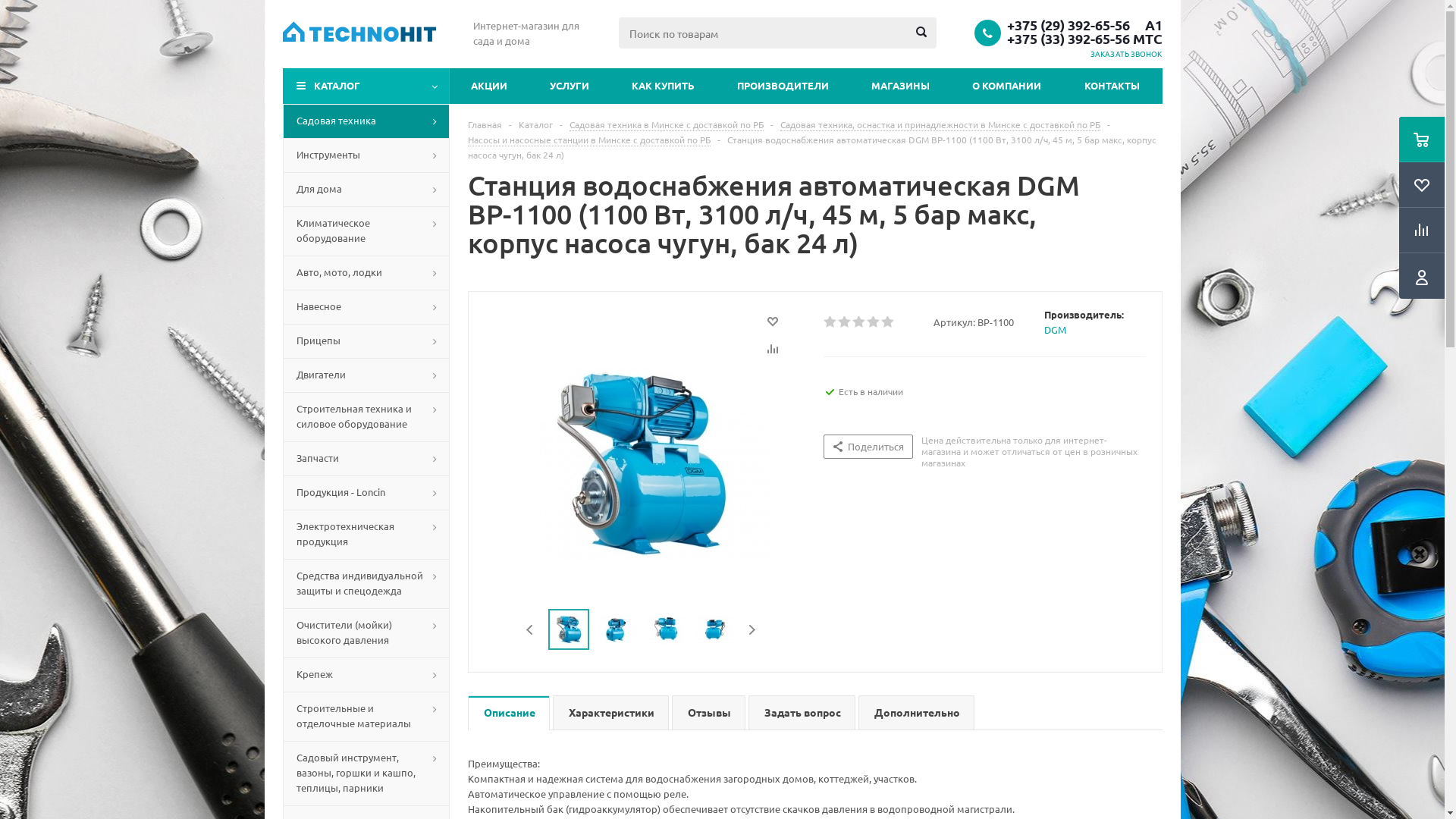 Image resolution: width=1456 pixels, height=819 pixels. I want to click on '1', so click(830, 321).